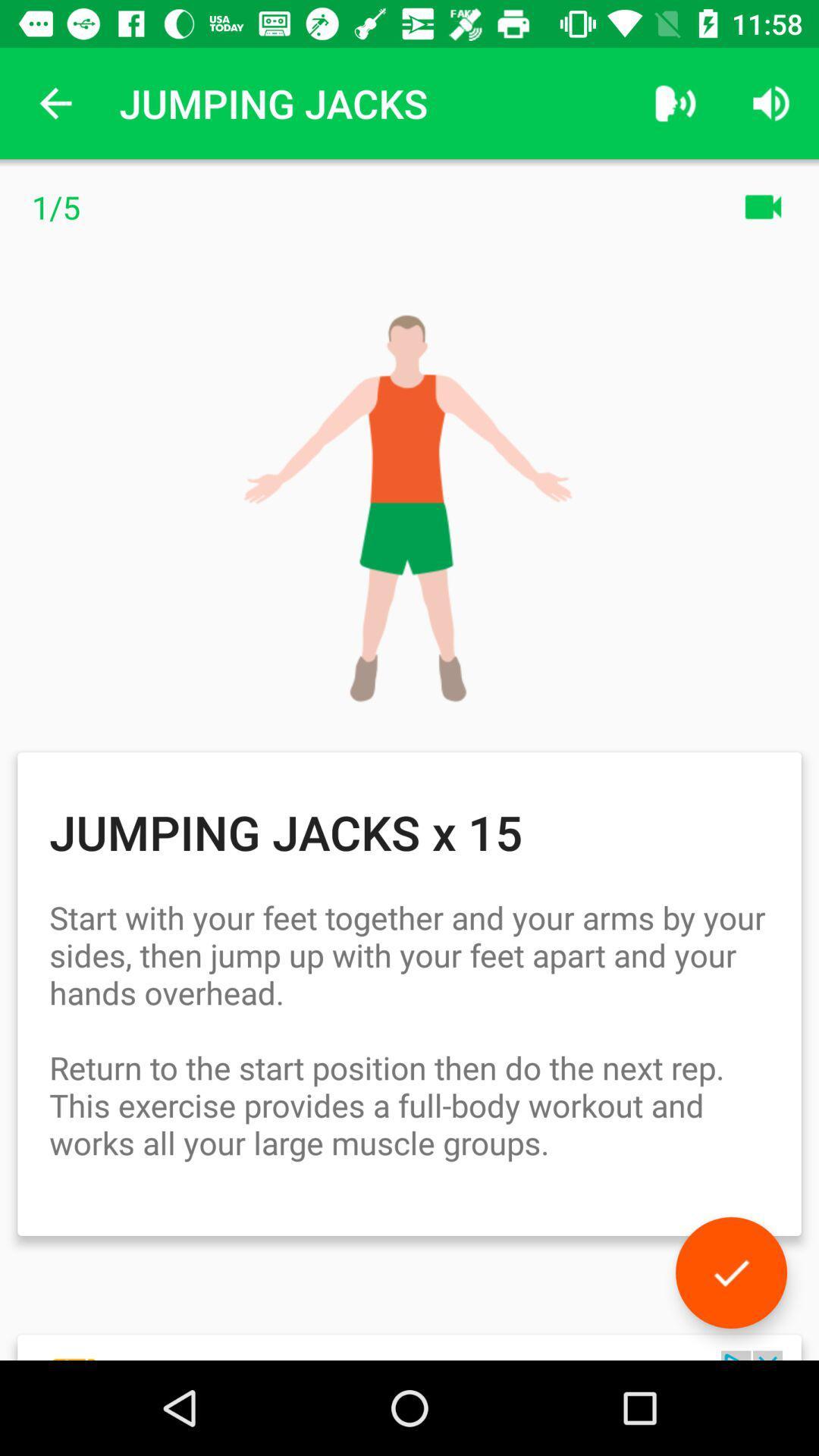  What do you see at coordinates (675, 102) in the screenshot?
I see `the app next to jumping jacks item` at bounding box center [675, 102].